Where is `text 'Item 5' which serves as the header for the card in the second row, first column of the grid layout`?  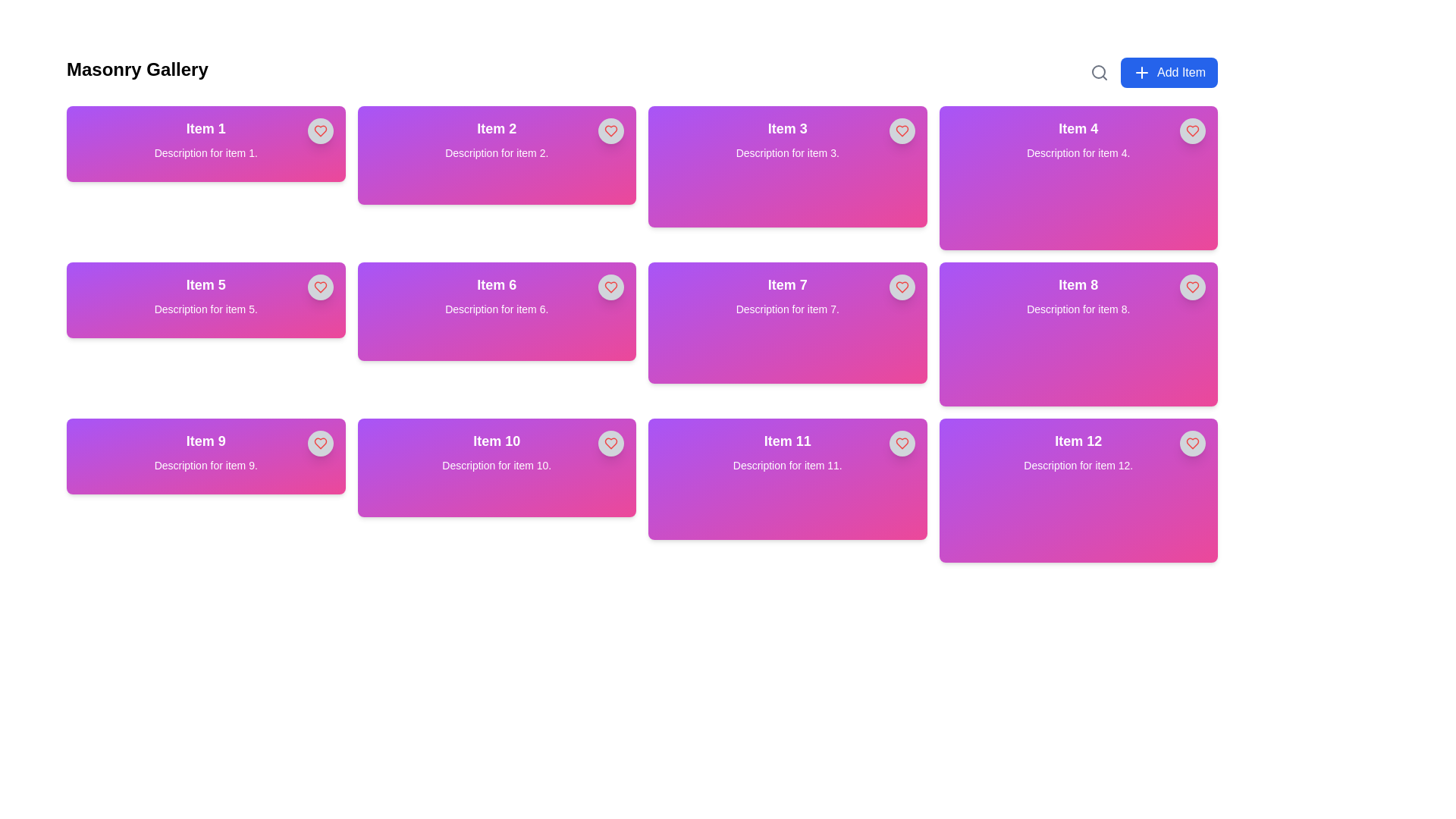
text 'Item 5' which serves as the header for the card in the second row, first column of the grid layout is located at coordinates (205, 284).